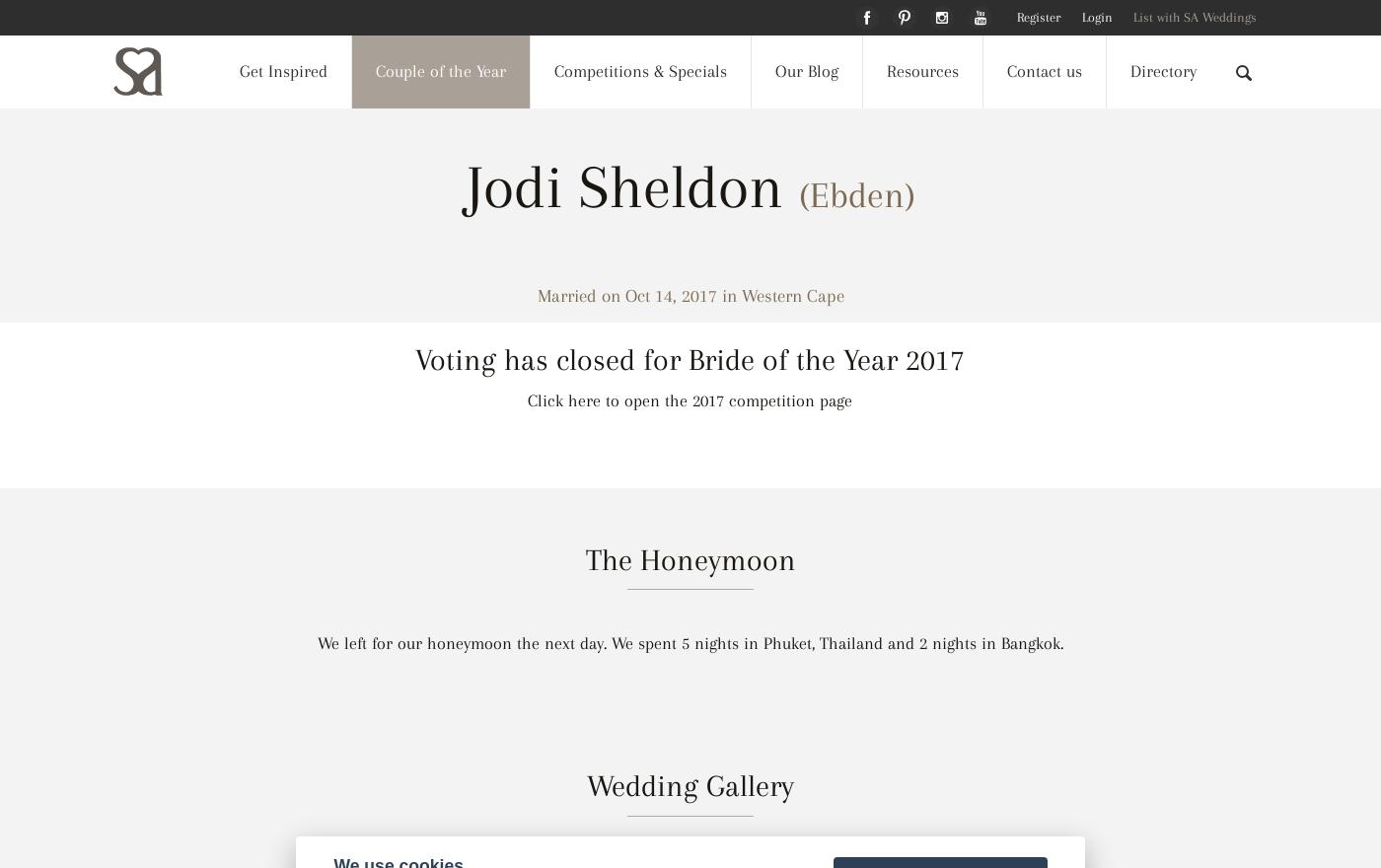 Image resolution: width=1381 pixels, height=868 pixels. I want to click on 'Couple of the Year', so click(441, 71).